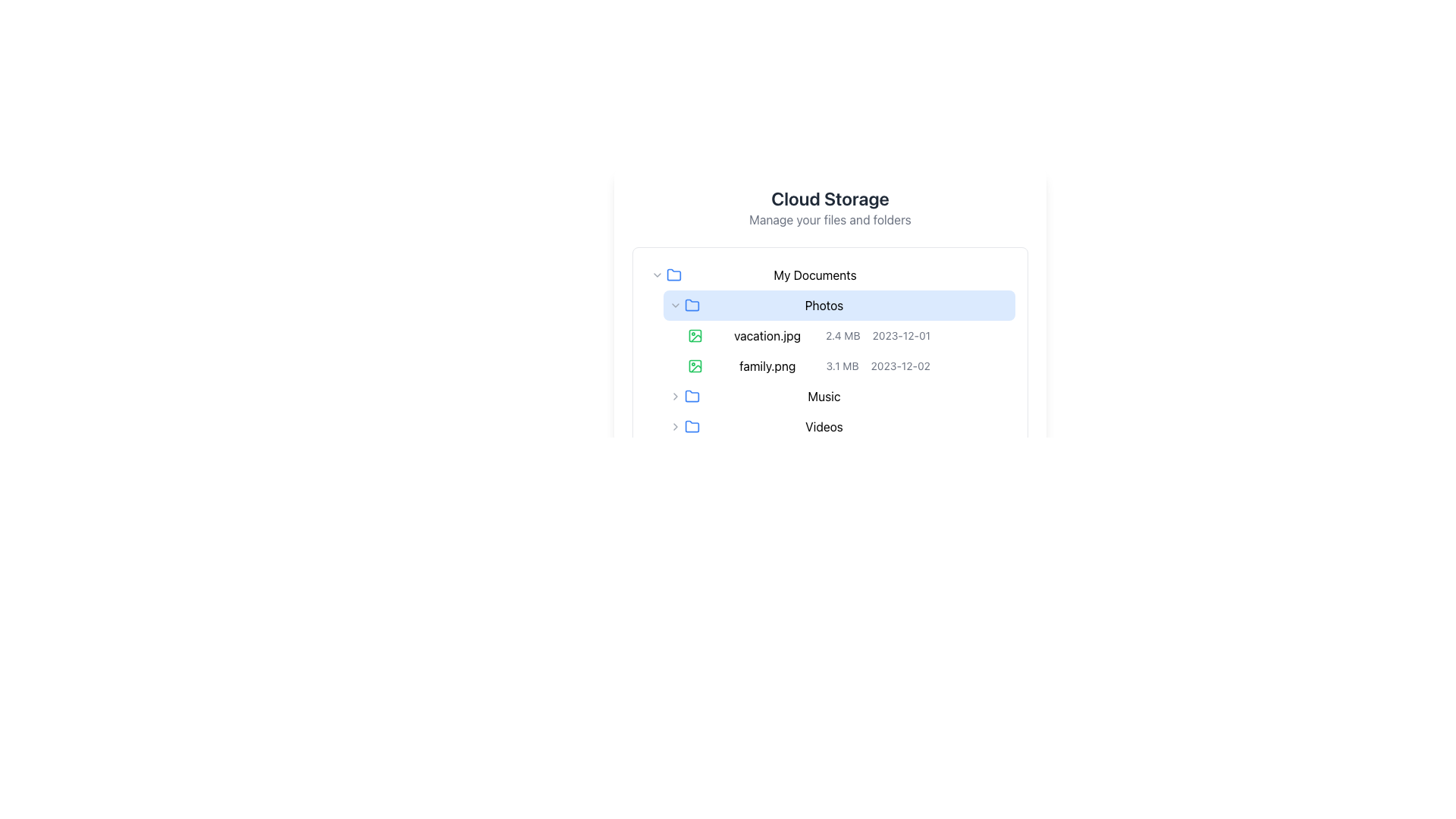 The height and width of the screenshot is (819, 1456). I want to click on the first download button located next to the 'family.png' file entry, so click(948, 366).